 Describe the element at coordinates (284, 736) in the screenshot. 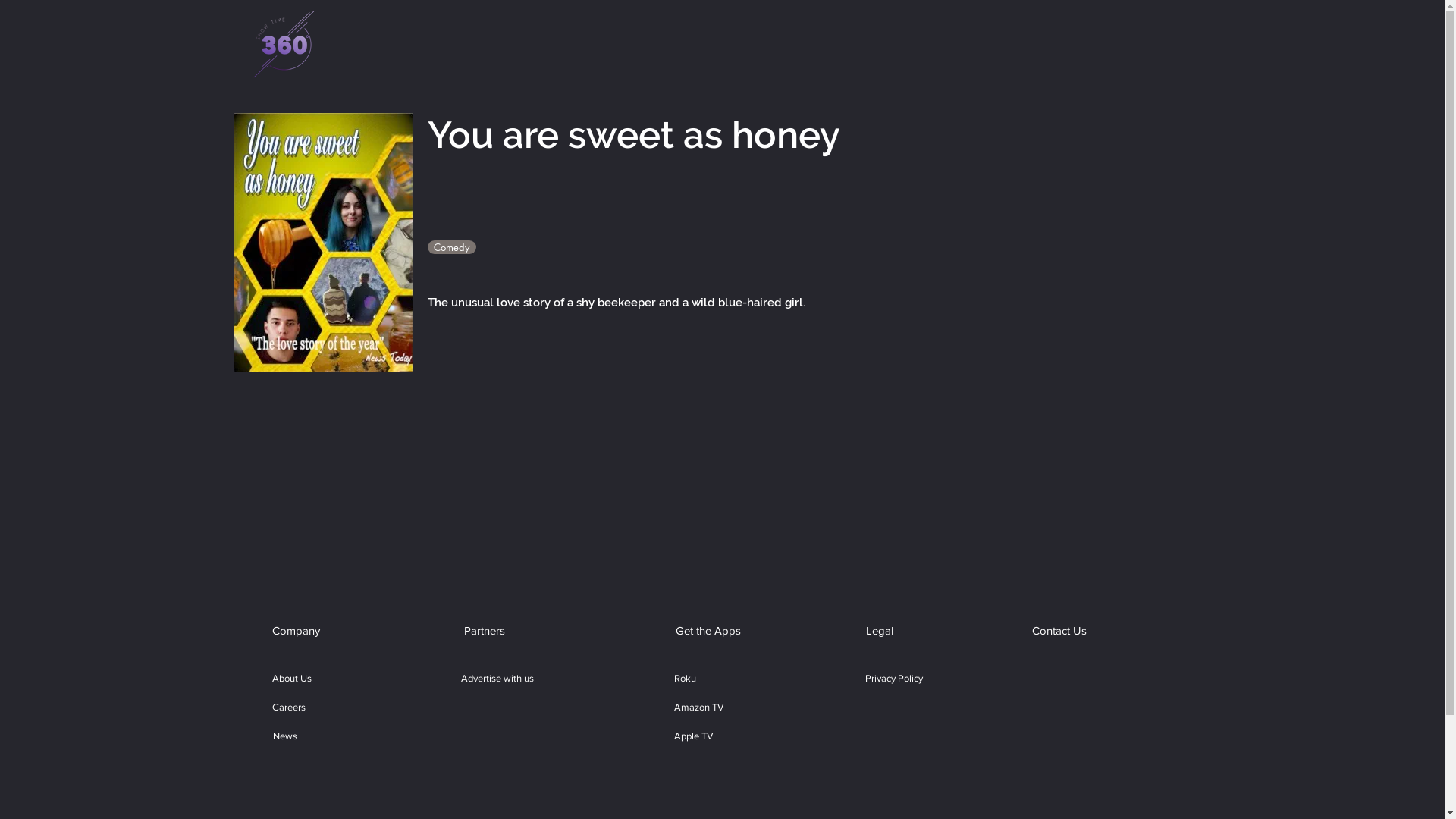

I see `'News'` at that location.